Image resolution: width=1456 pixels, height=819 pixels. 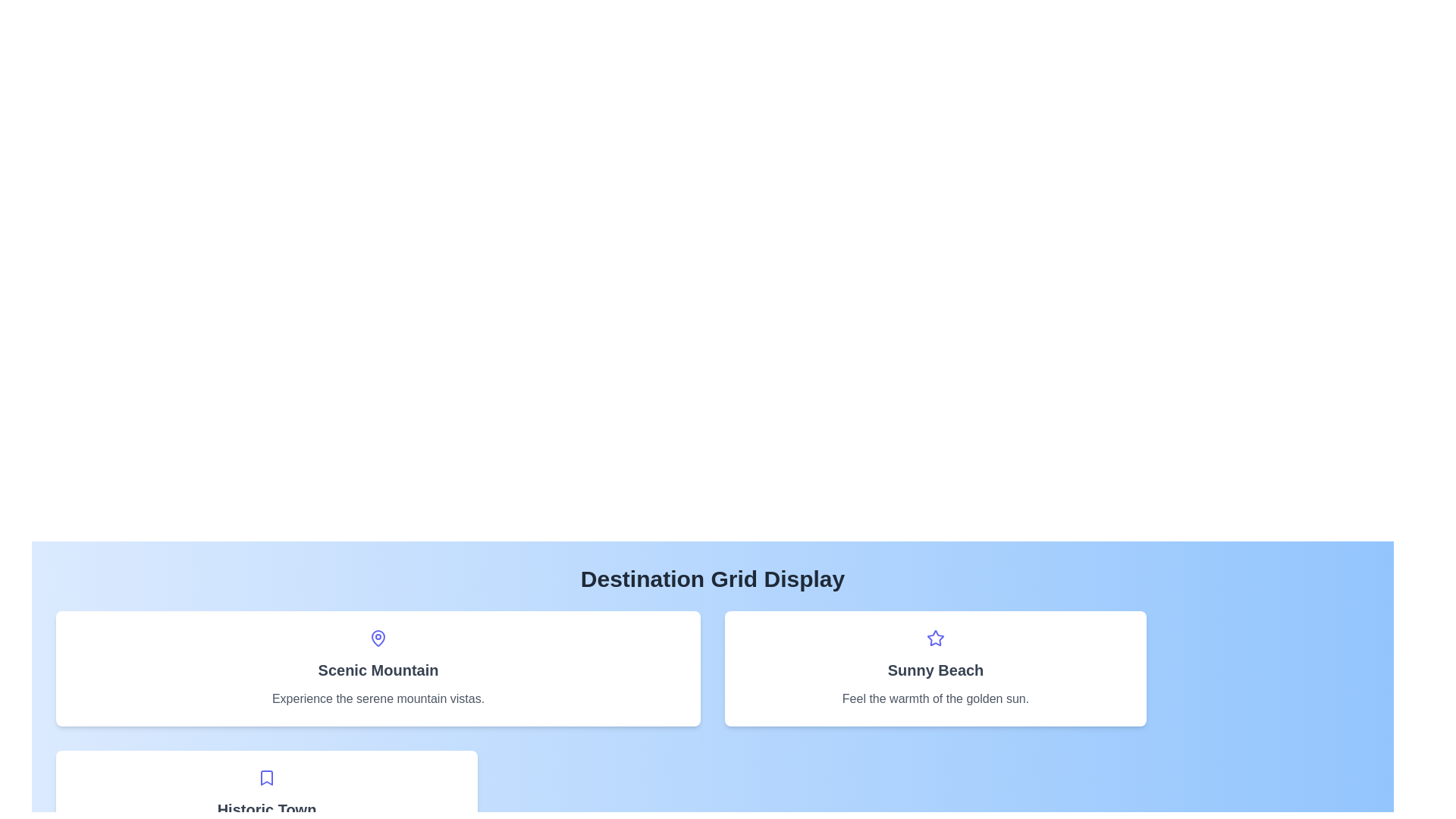 I want to click on the star-shaped outline icon above the text 'Sunny Beach', so click(x=934, y=638).